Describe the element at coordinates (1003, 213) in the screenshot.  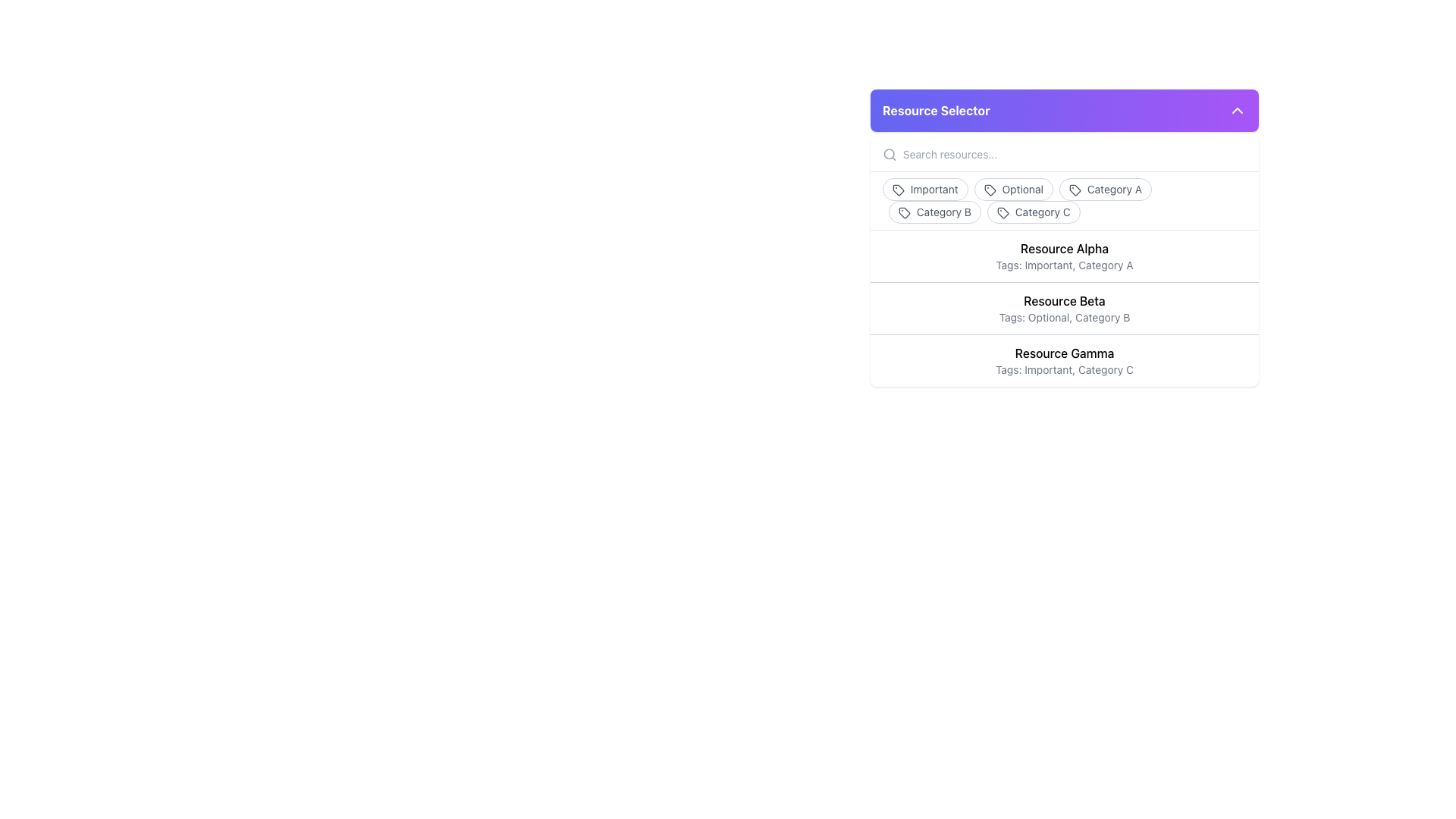
I see `the decorative icon for the 'Category C' button, which is positioned to the left of the 'Category C' text` at that location.